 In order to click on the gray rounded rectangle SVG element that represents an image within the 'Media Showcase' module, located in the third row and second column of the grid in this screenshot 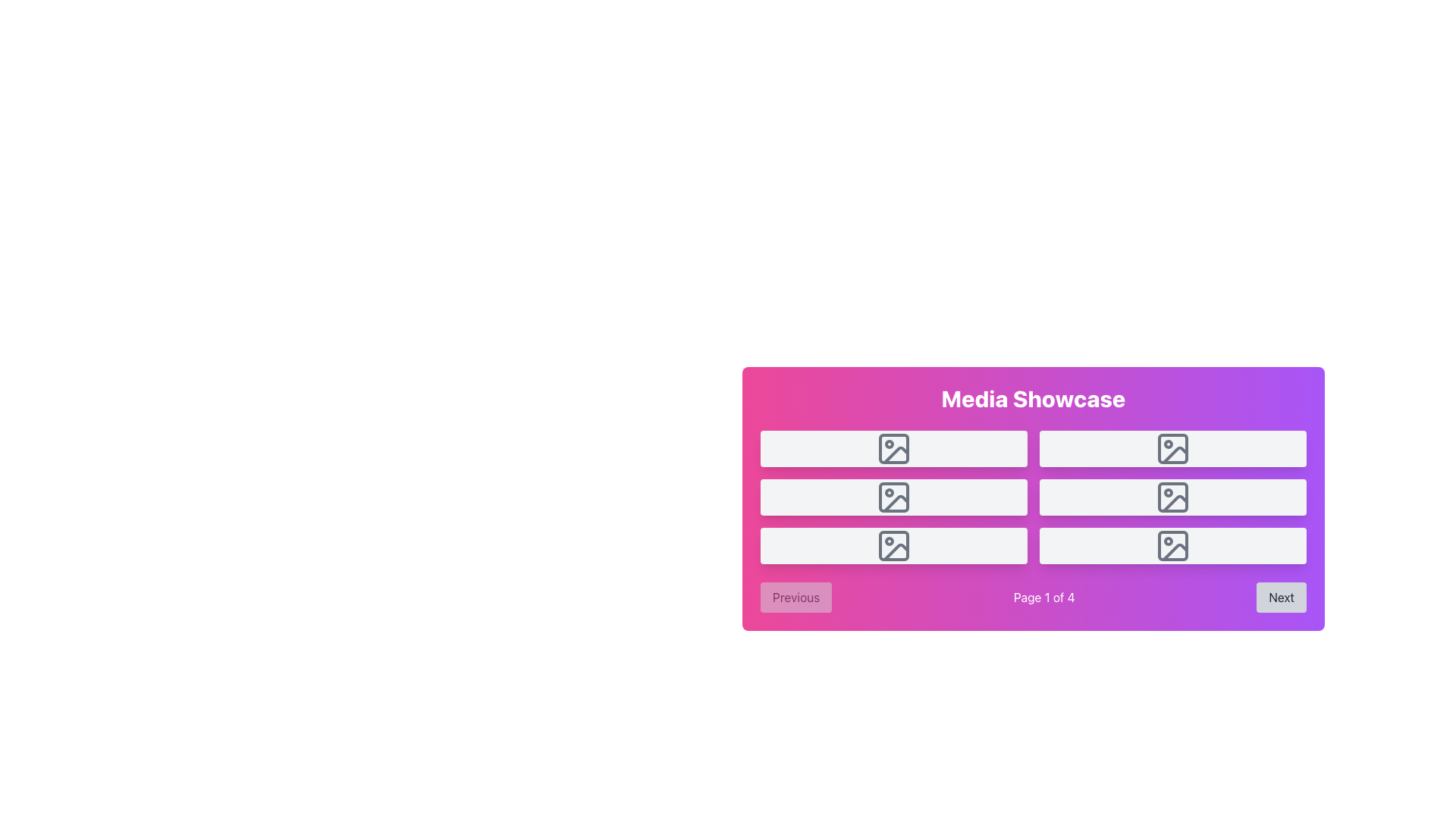, I will do `click(894, 546)`.